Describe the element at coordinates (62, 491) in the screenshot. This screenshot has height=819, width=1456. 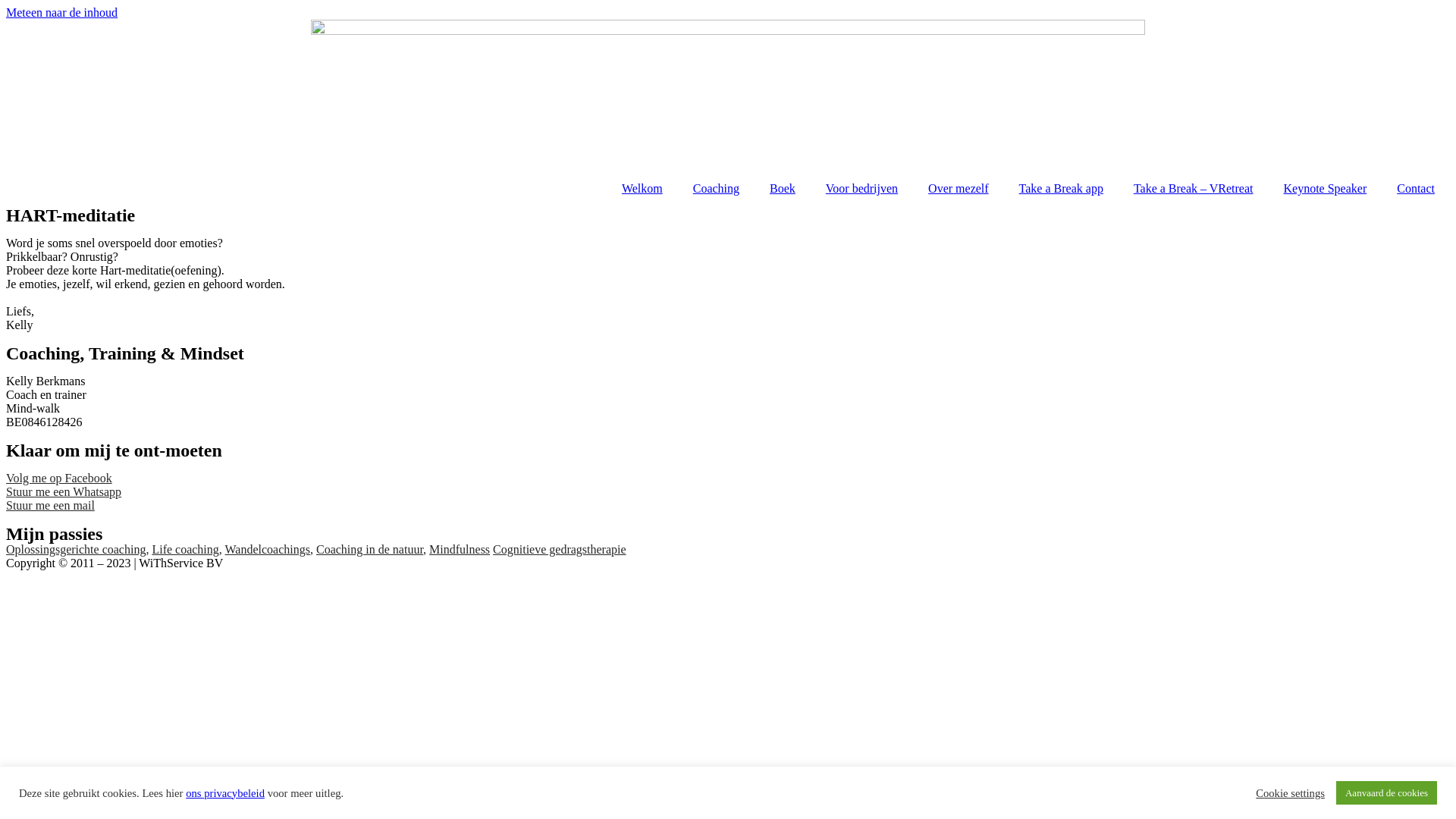
I see `'Stuur me een Whatsapp'` at that location.